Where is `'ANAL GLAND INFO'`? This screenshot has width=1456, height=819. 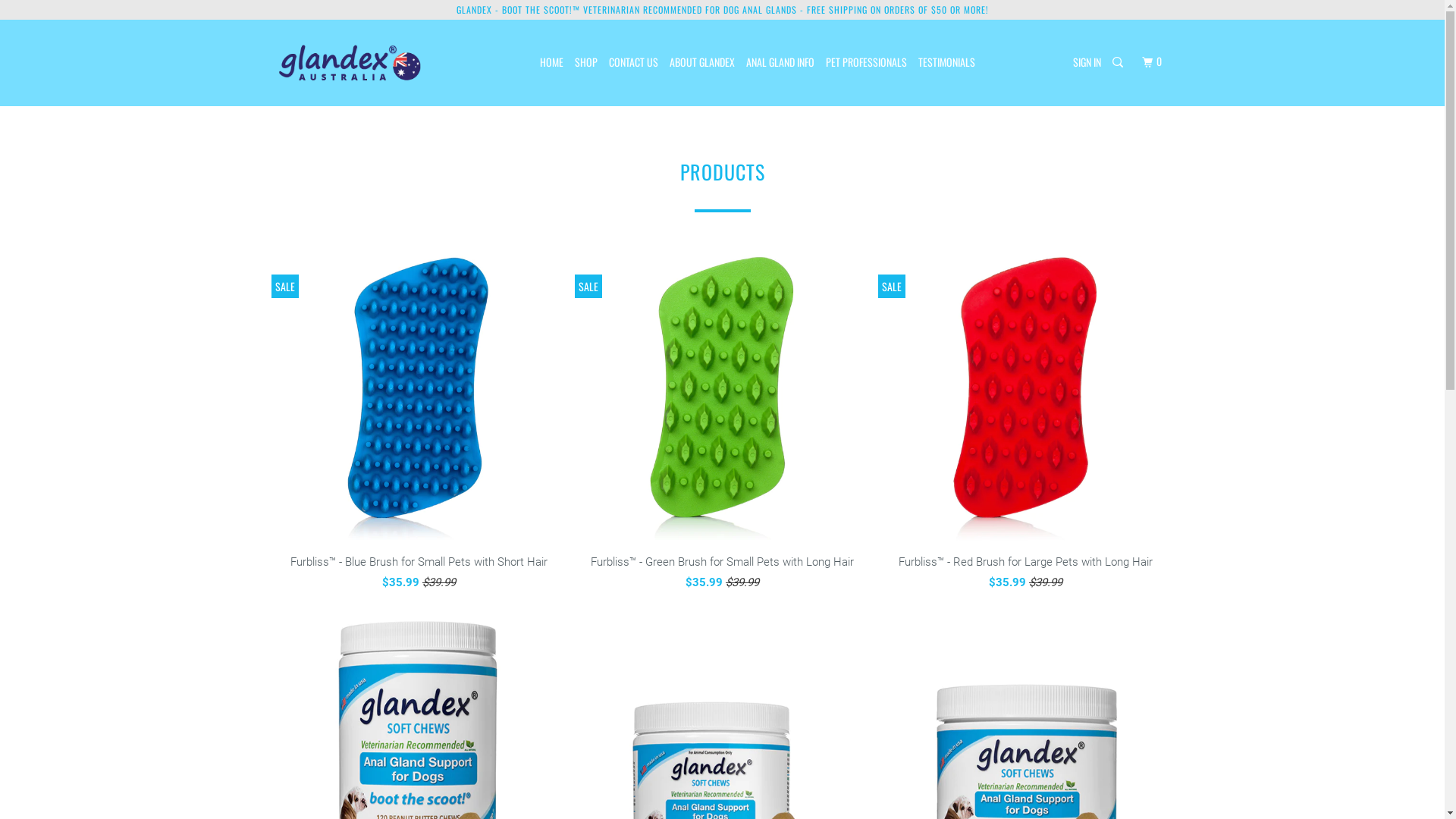
'ANAL GLAND INFO' is located at coordinates (780, 61).